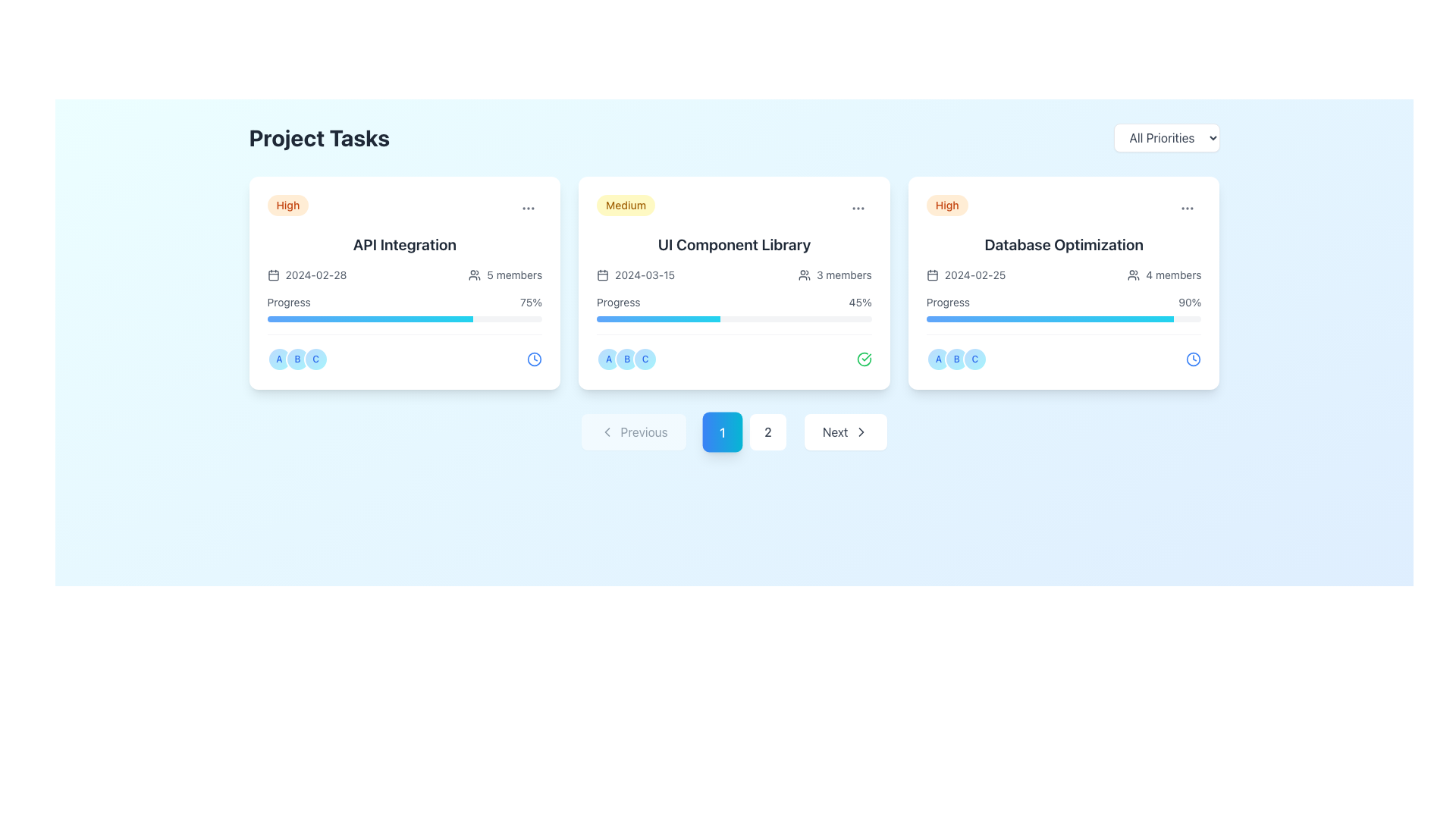 The height and width of the screenshot is (819, 1456). I want to click on the right-facing chevron icon that is part of the 'Next' button located at the bottom center-right of the interface, so click(861, 432).